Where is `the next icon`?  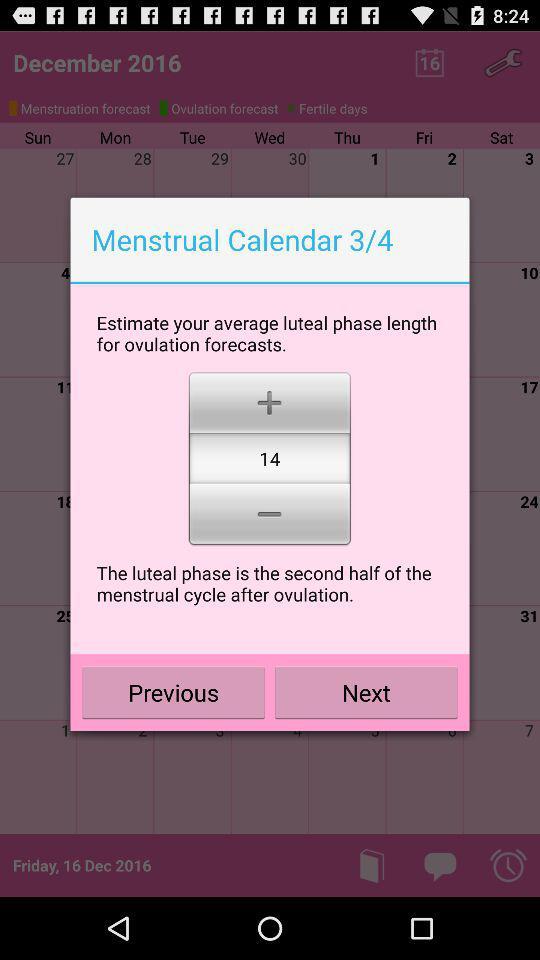 the next icon is located at coordinates (365, 692).